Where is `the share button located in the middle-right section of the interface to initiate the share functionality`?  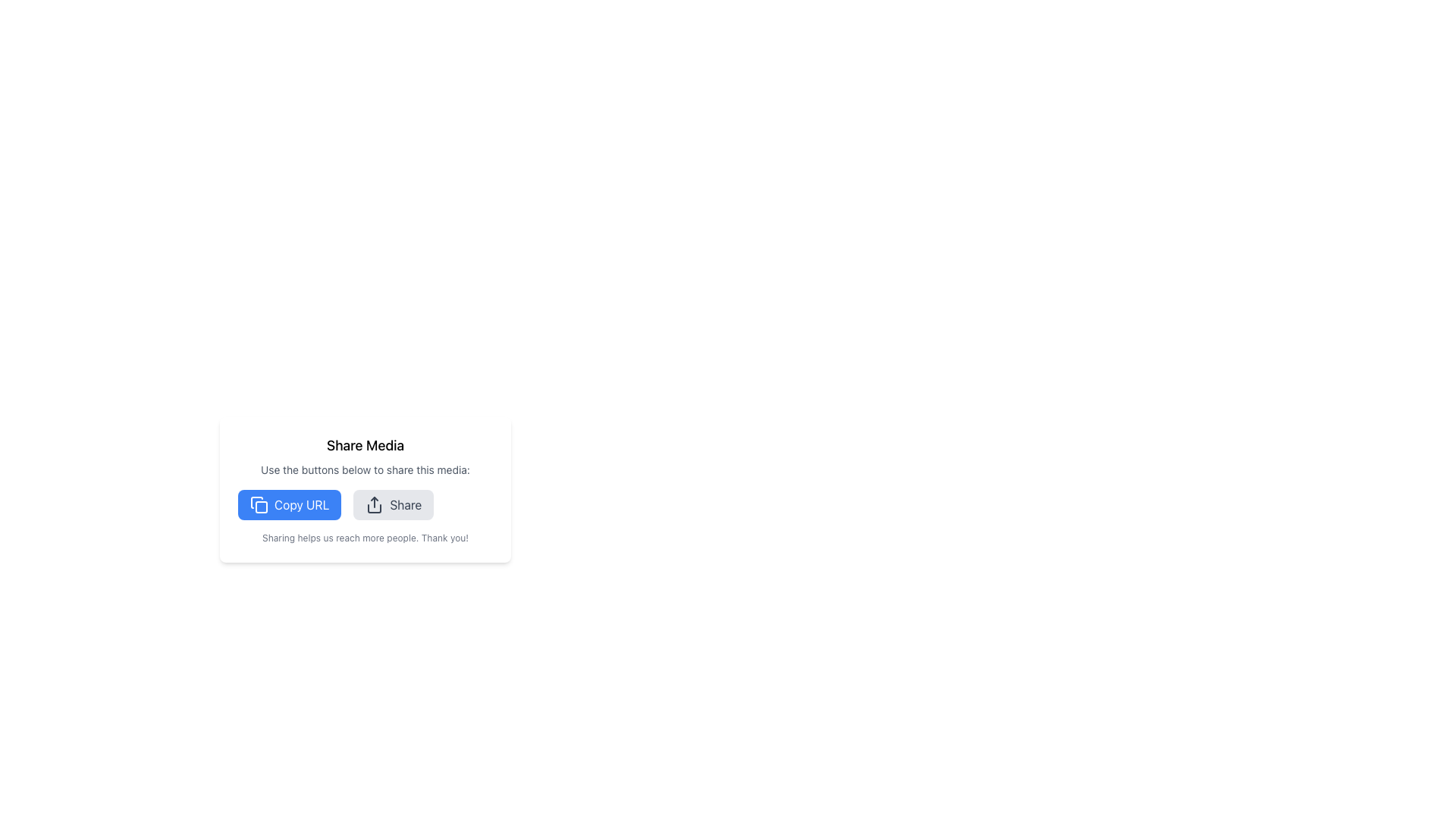
the share button located in the middle-right section of the interface to initiate the share functionality is located at coordinates (394, 505).